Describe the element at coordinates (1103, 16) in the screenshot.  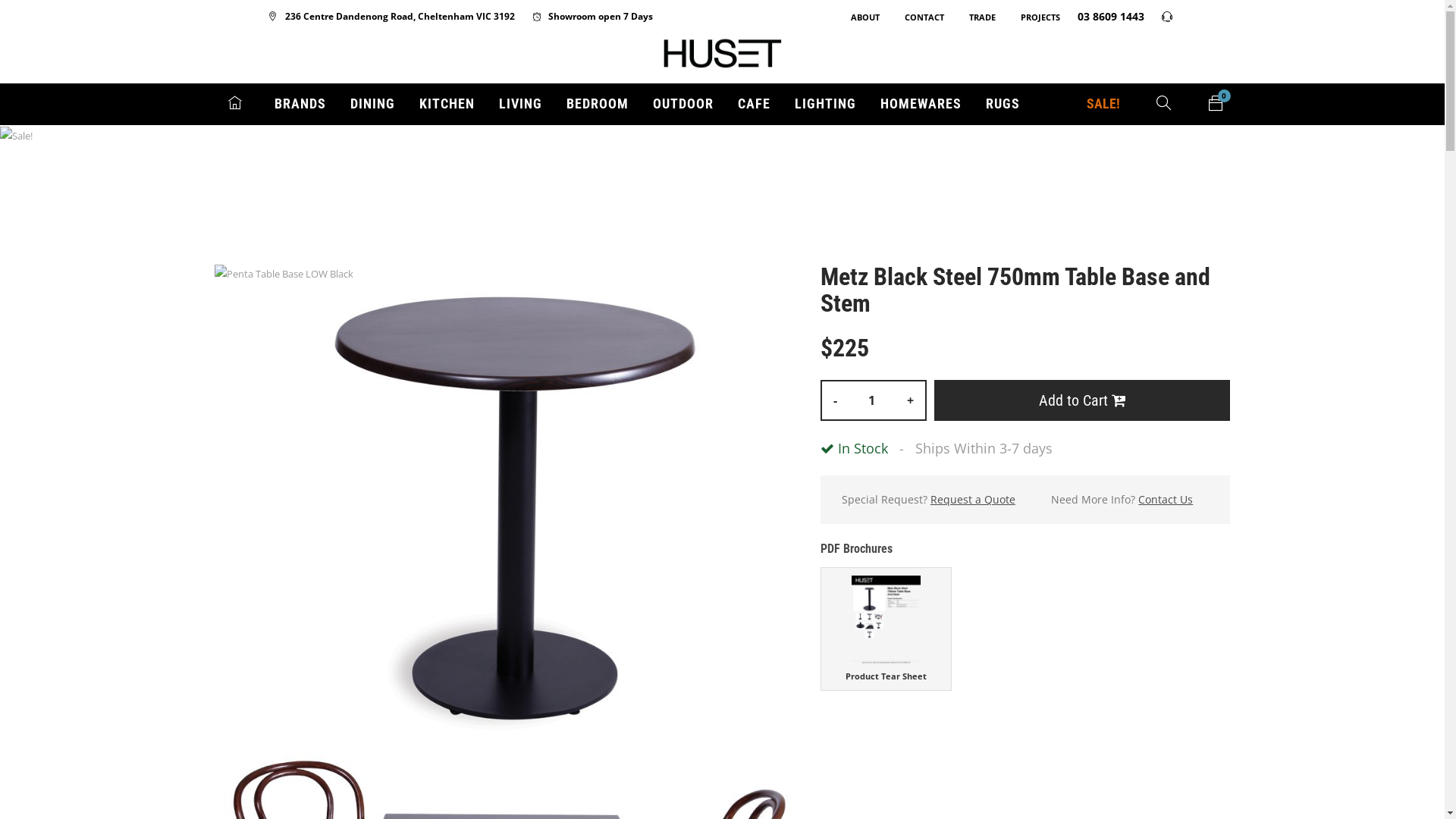
I see `'03 8609 1443'` at that location.